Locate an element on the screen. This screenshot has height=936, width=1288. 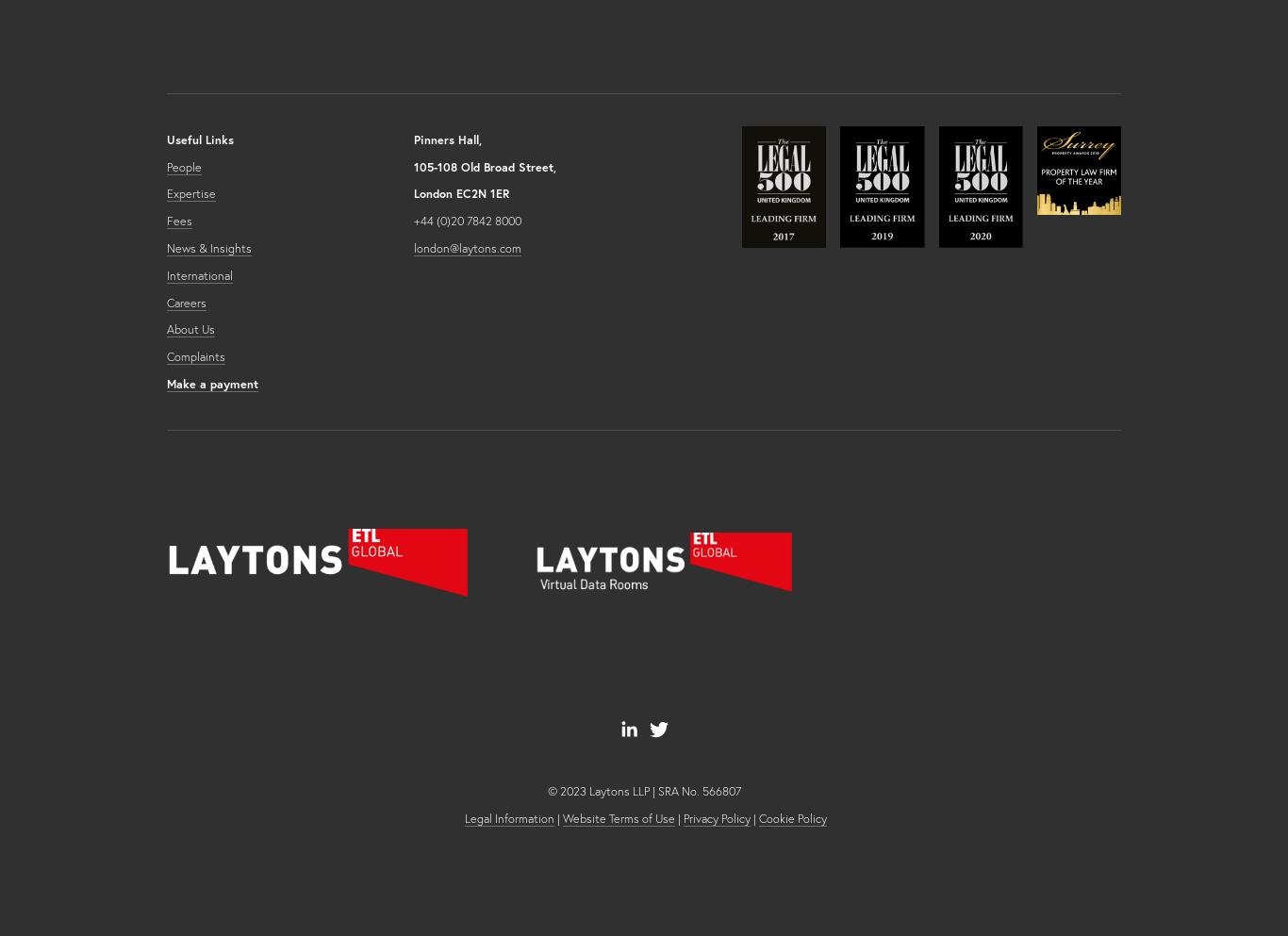
'Pinners Hall,' is located at coordinates (449, 138).